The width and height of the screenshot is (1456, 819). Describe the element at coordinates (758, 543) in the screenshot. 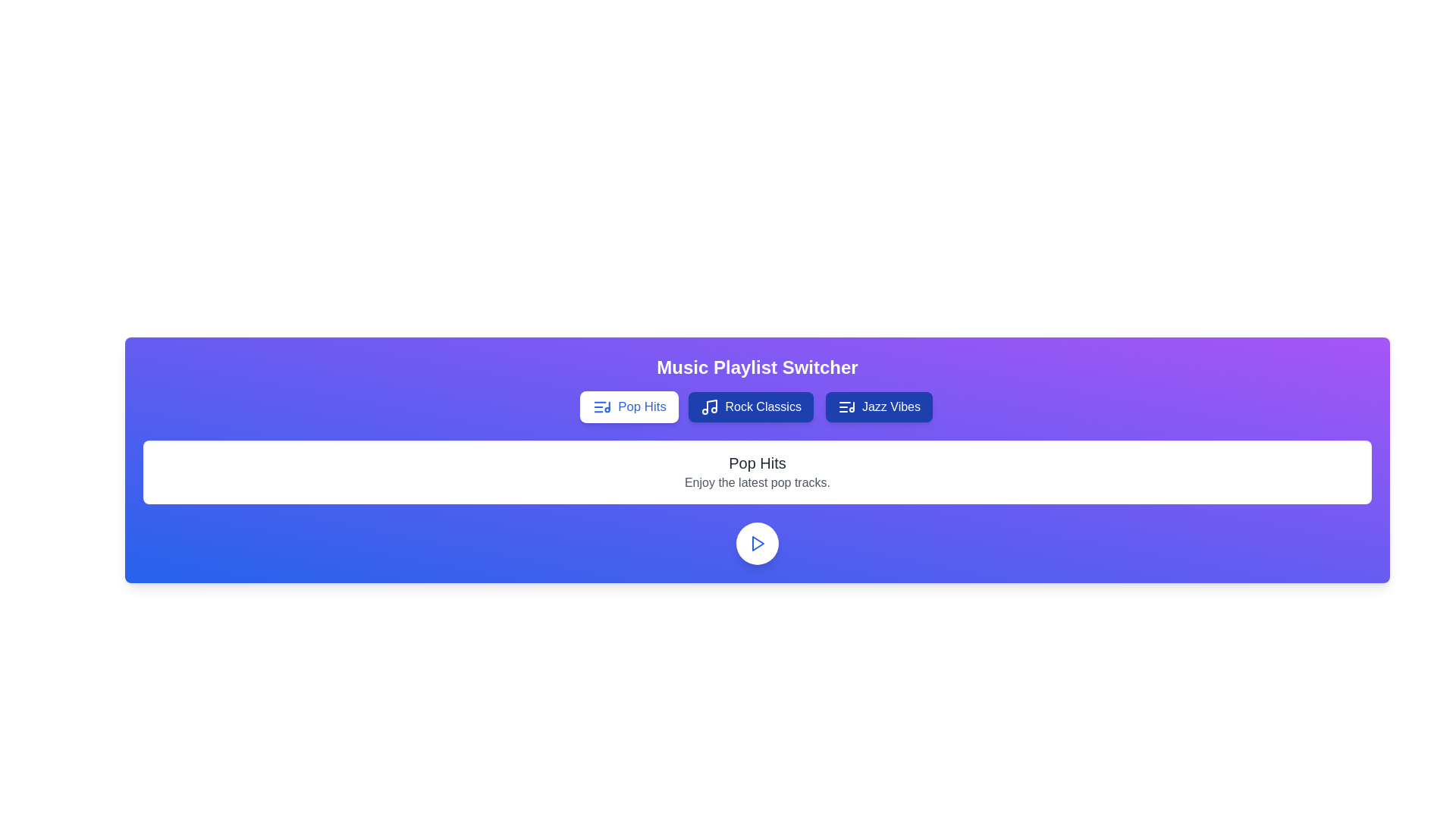

I see `the triangular play icon with a blue outline located near the bottom center of the interface to initiate playback` at that location.